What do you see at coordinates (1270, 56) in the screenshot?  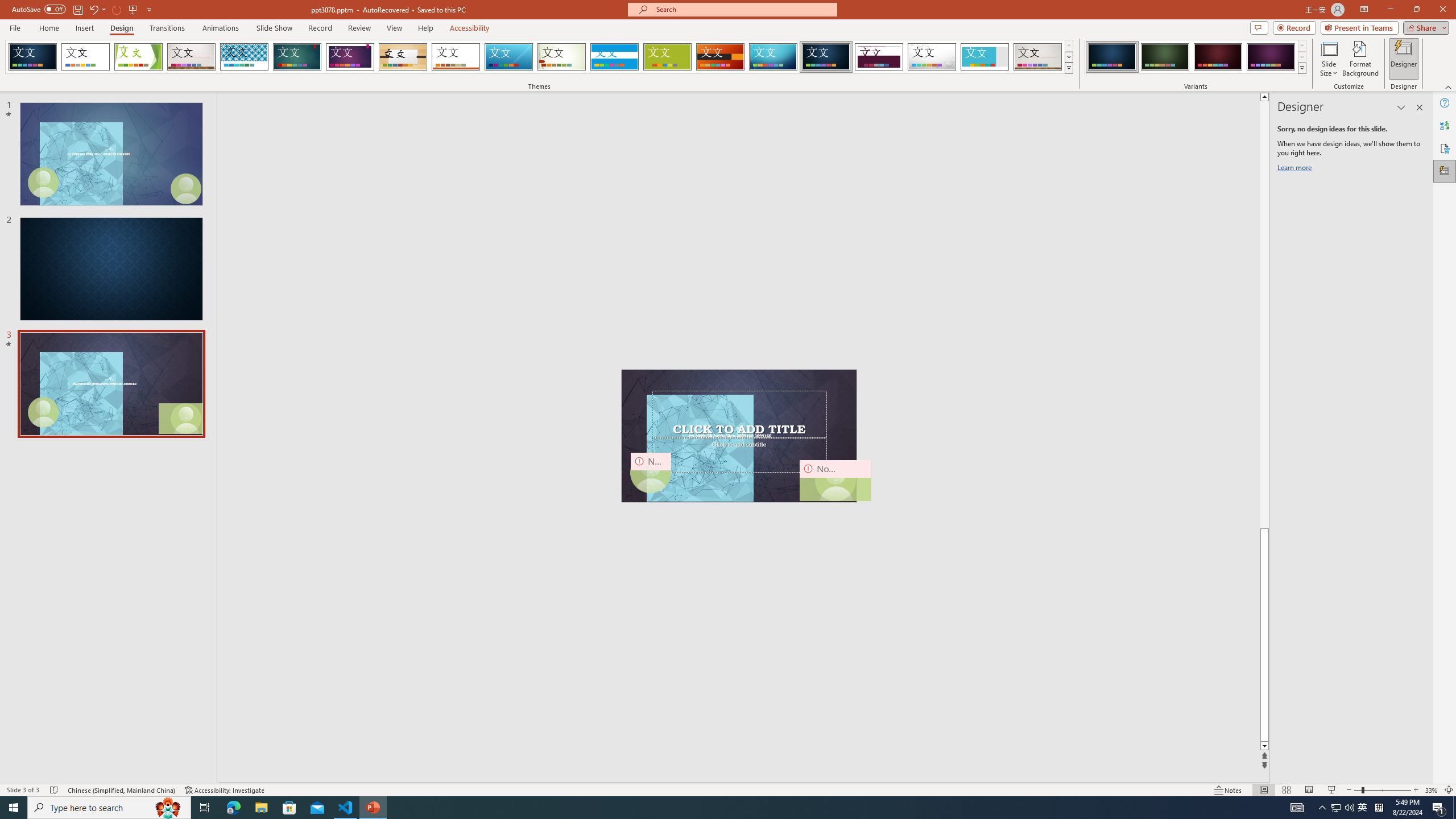 I see `'Damask Variant 4'` at bounding box center [1270, 56].